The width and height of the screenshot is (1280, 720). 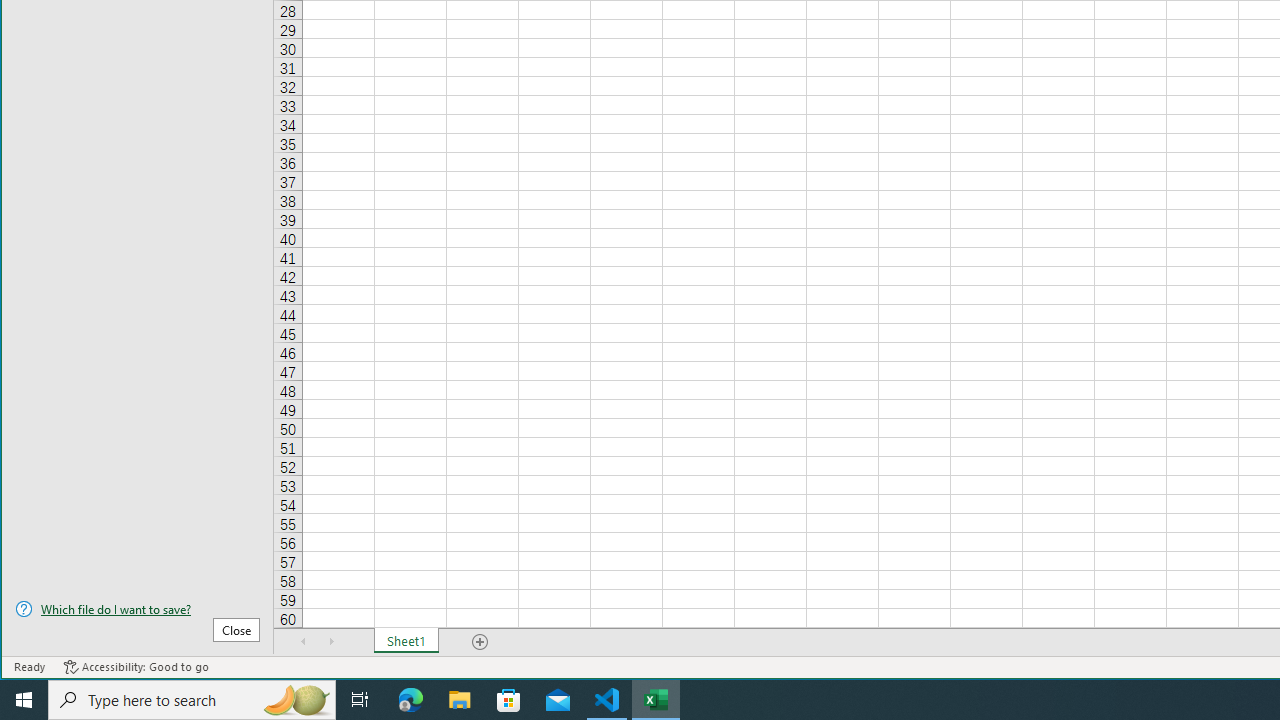 What do you see at coordinates (509, 698) in the screenshot?
I see `'Microsoft Store'` at bounding box center [509, 698].